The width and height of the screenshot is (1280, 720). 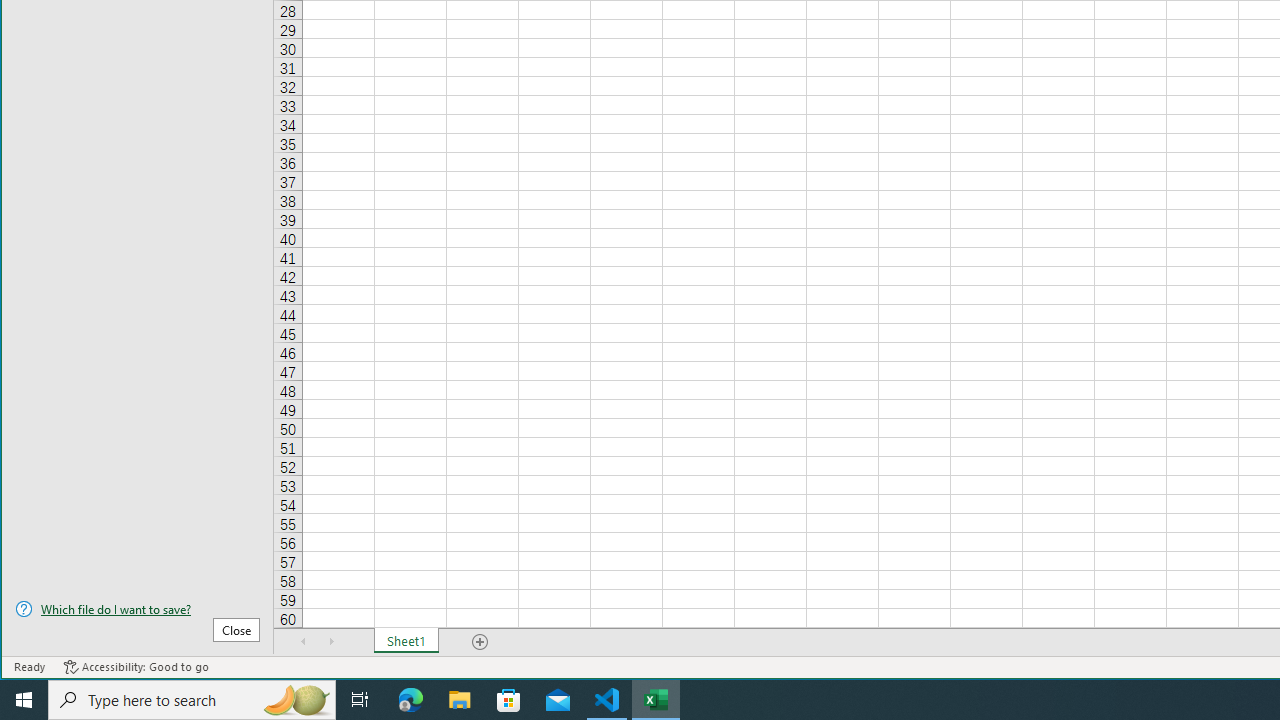 What do you see at coordinates (509, 698) in the screenshot?
I see `'Microsoft Store'` at bounding box center [509, 698].